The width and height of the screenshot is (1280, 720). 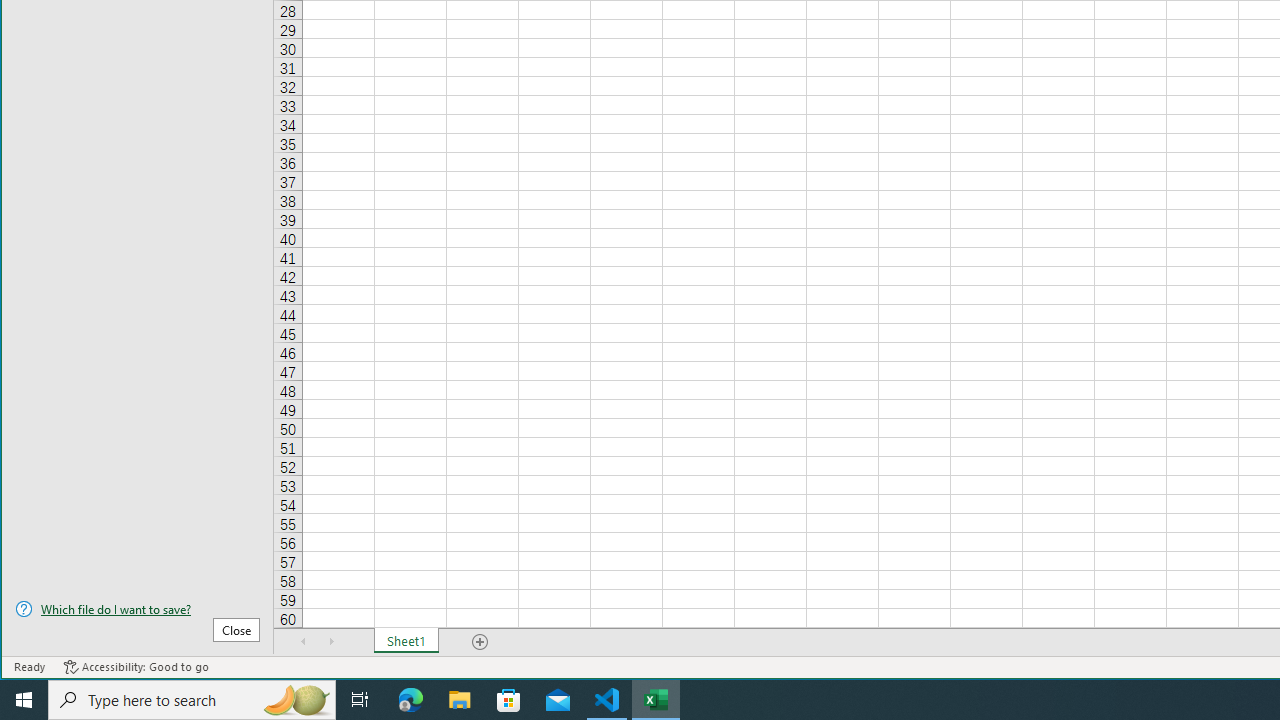 What do you see at coordinates (509, 698) in the screenshot?
I see `'Microsoft Store'` at bounding box center [509, 698].